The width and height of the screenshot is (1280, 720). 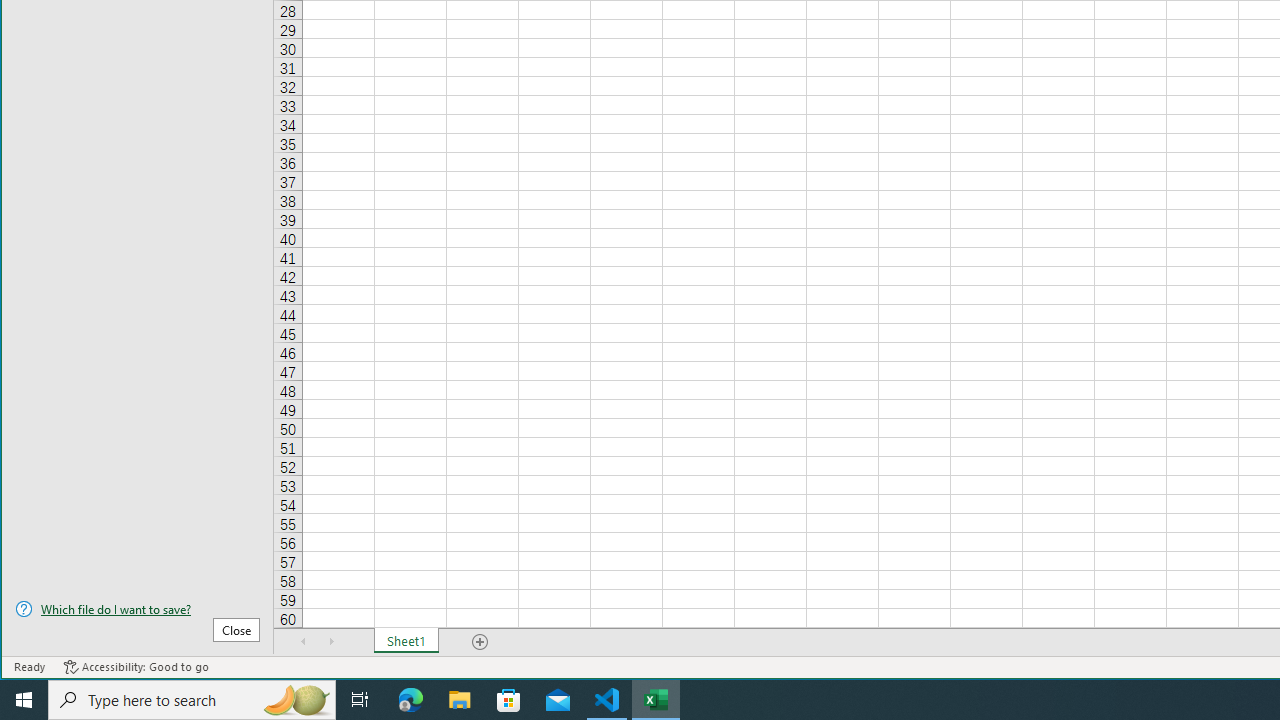 What do you see at coordinates (509, 698) in the screenshot?
I see `'Microsoft Store'` at bounding box center [509, 698].